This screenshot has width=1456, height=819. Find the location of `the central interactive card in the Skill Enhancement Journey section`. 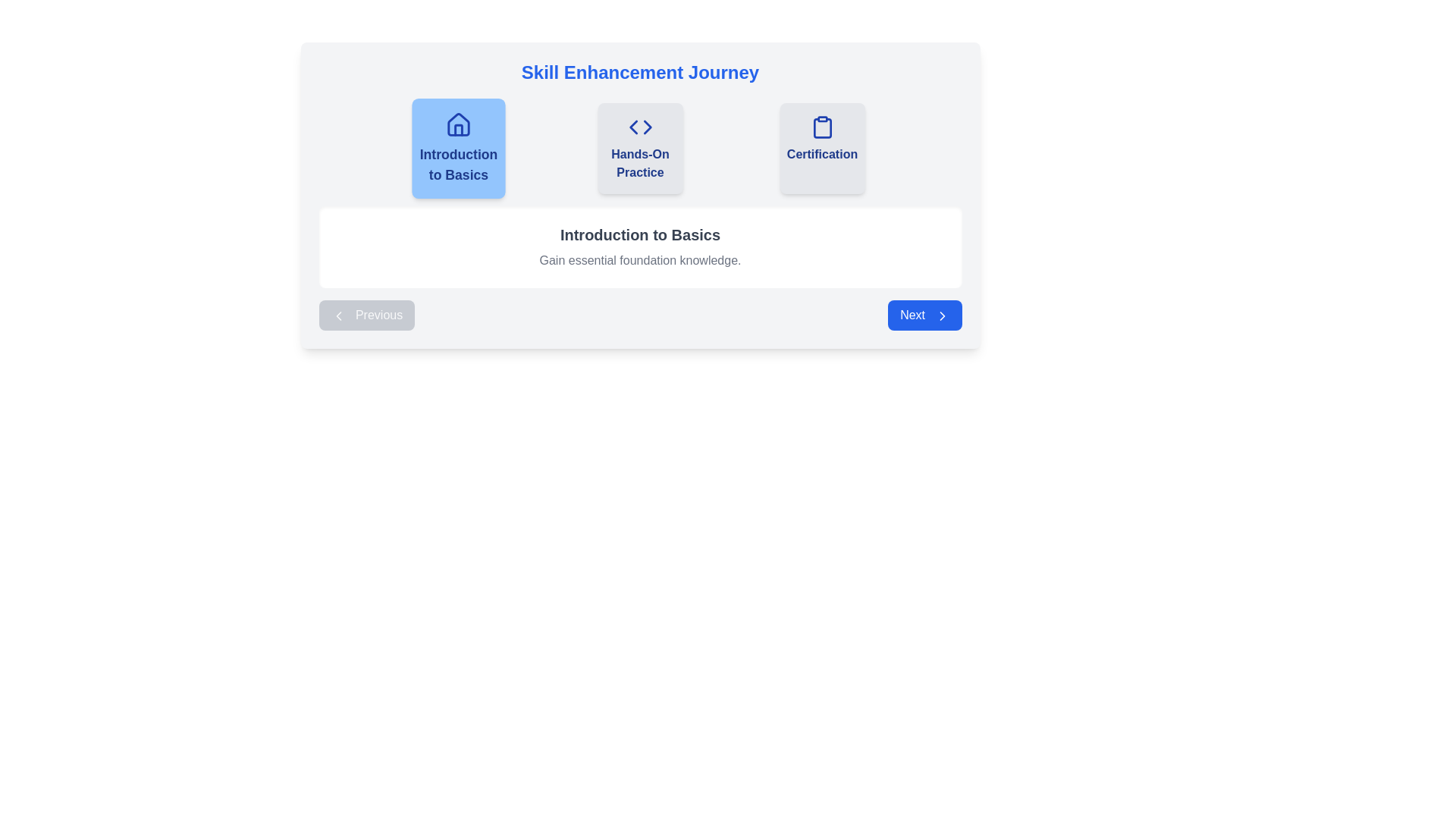

the central interactive card in the Skill Enhancement Journey section is located at coordinates (640, 195).